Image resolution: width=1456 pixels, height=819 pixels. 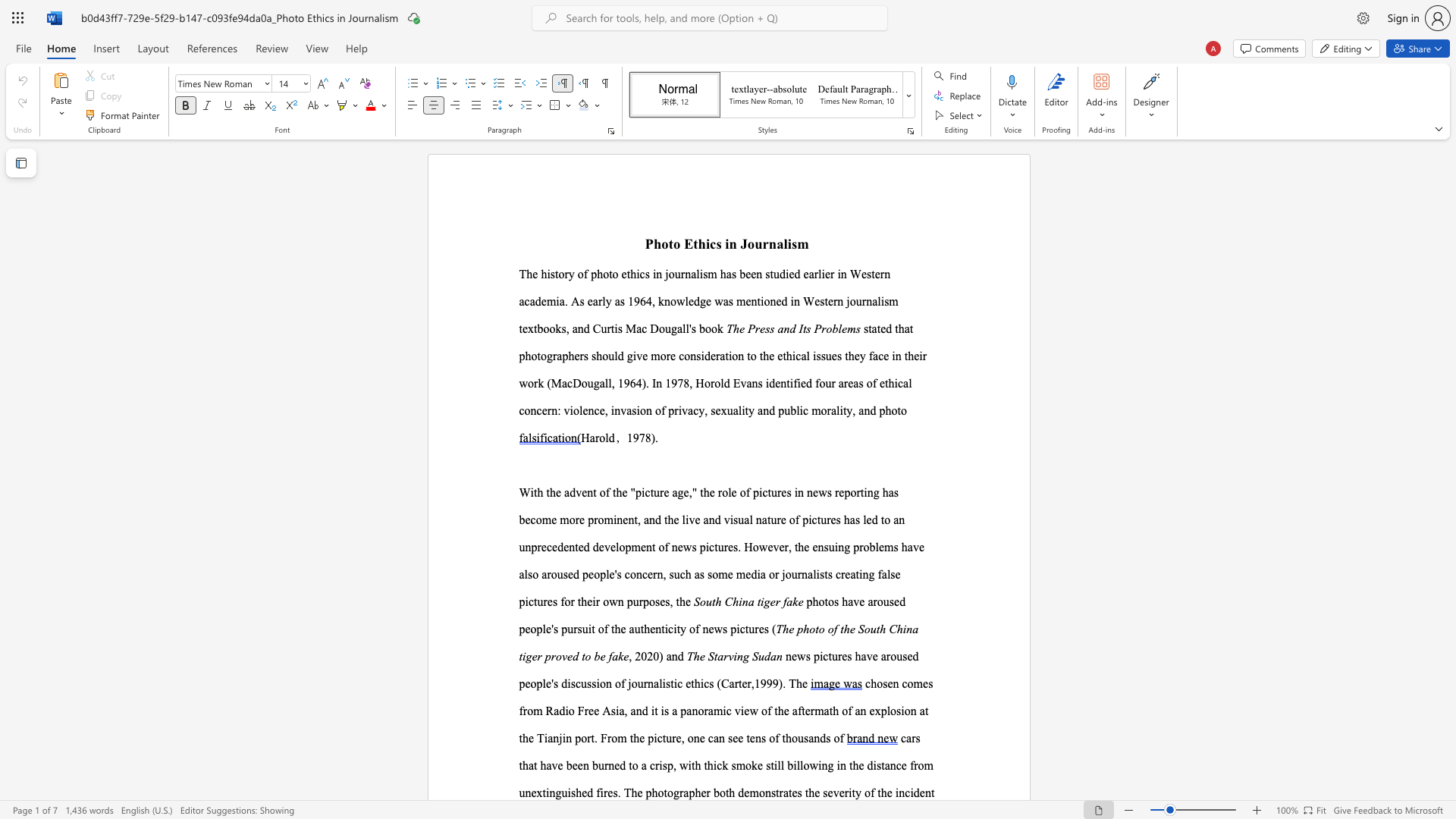 What do you see at coordinates (560, 382) in the screenshot?
I see `the subset text "acDougall, 1964)" within the text "(MacDougall, 1964)"` at bounding box center [560, 382].